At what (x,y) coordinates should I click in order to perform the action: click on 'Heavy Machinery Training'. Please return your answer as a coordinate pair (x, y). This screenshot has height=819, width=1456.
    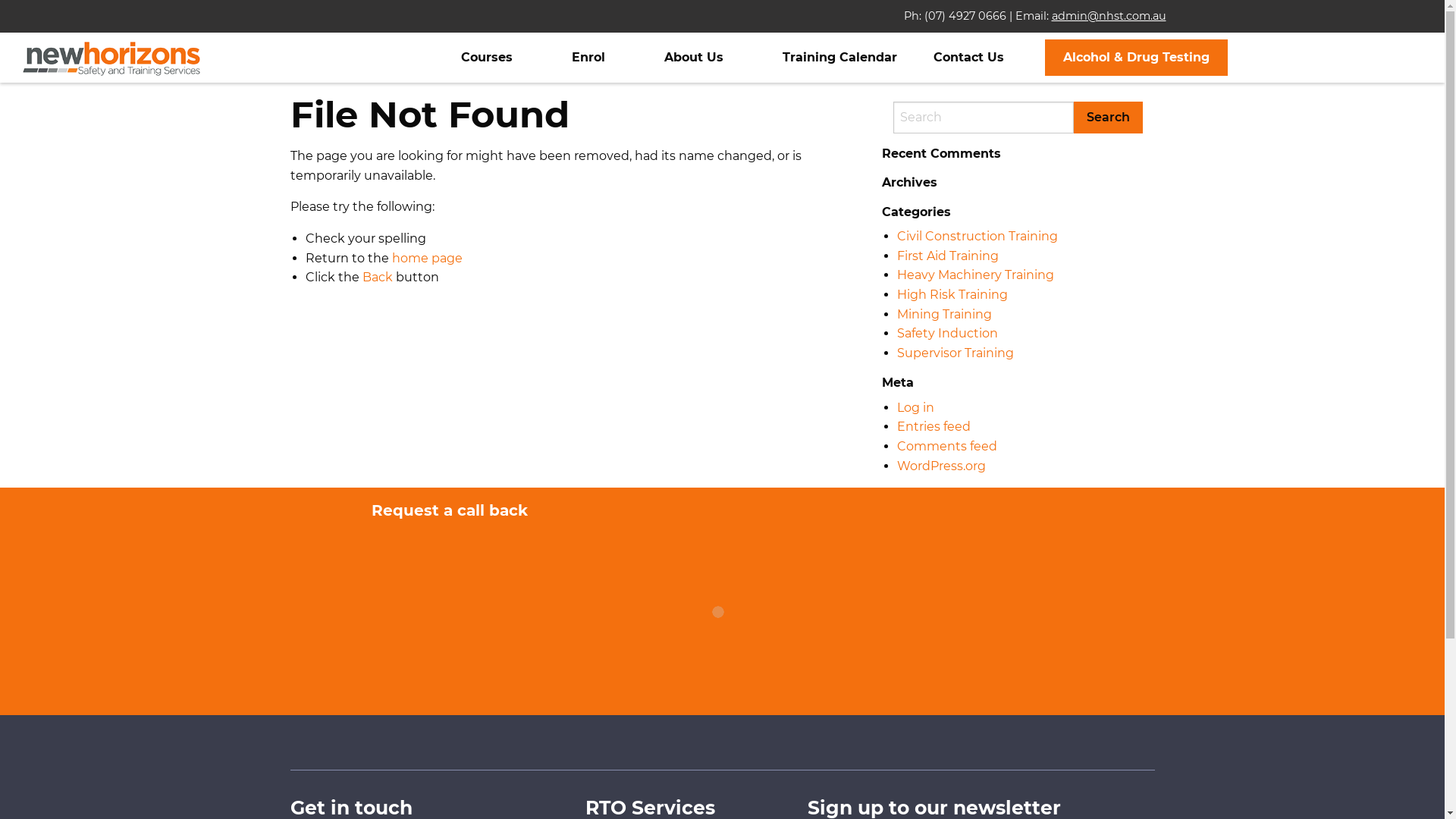
    Looking at the image, I should click on (974, 275).